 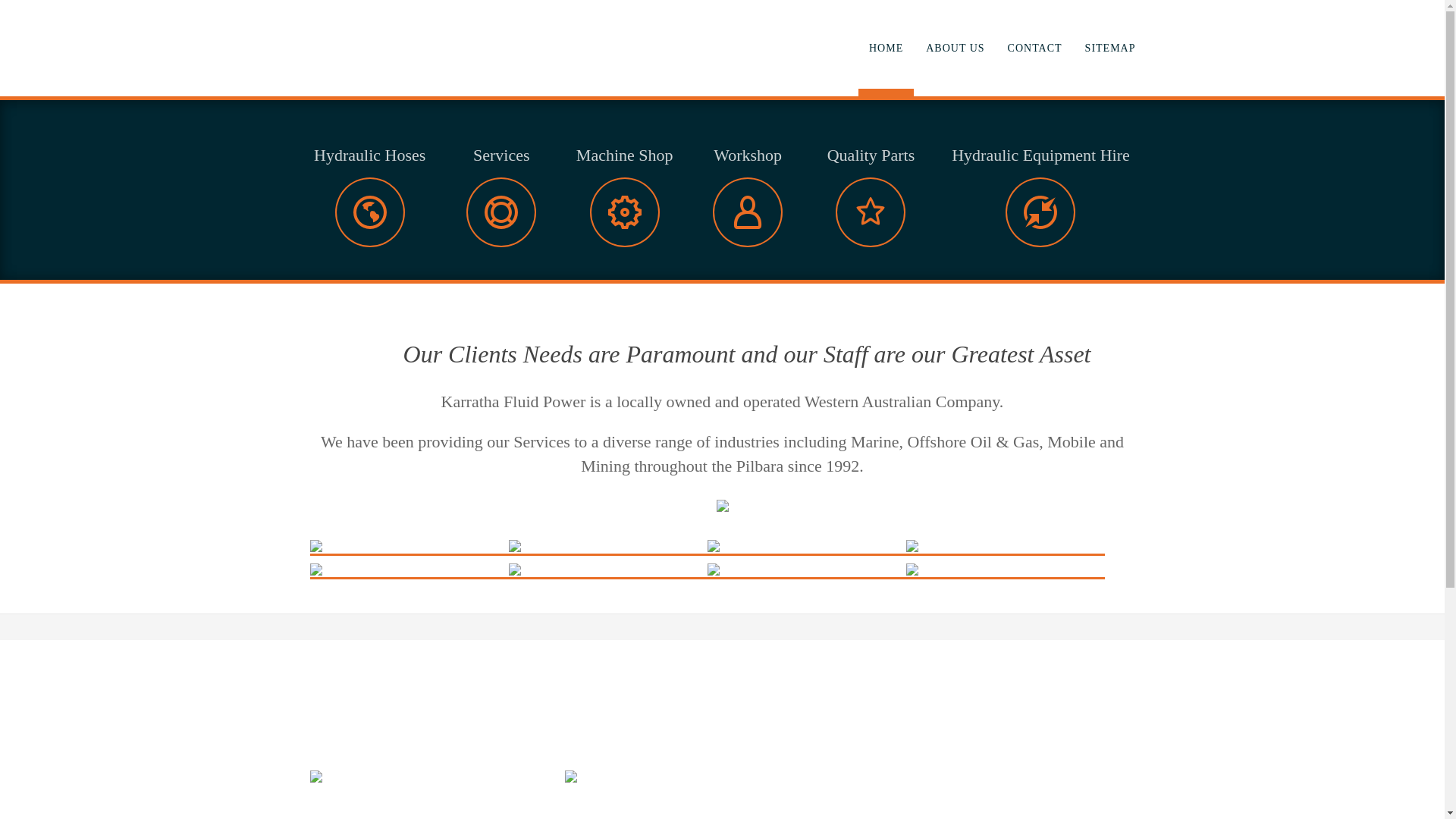 I want to click on 'Prev', so click(x=32, y=50).